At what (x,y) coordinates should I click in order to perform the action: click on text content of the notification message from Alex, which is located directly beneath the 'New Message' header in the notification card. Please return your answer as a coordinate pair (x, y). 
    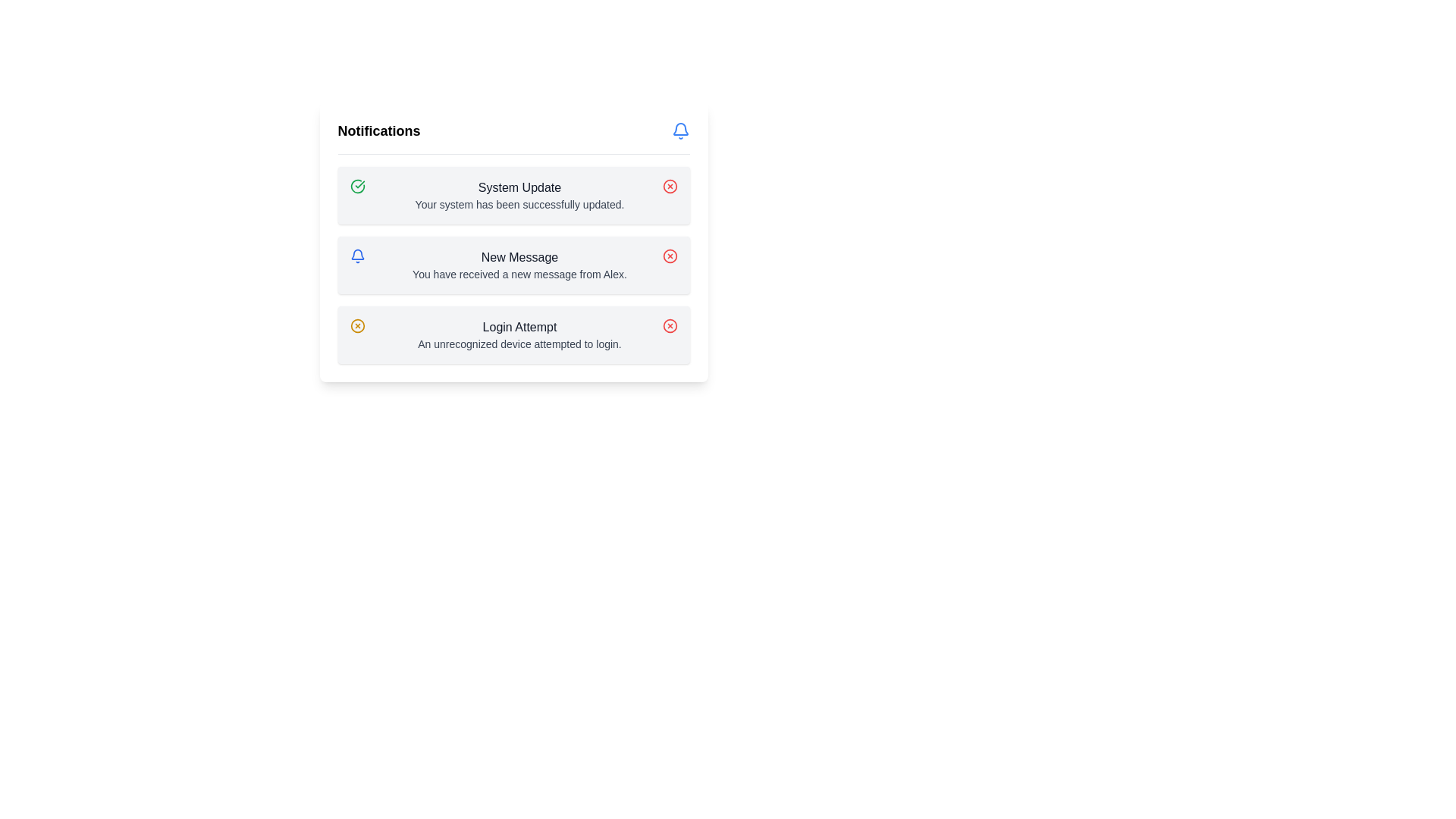
    Looking at the image, I should click on (519, 275).